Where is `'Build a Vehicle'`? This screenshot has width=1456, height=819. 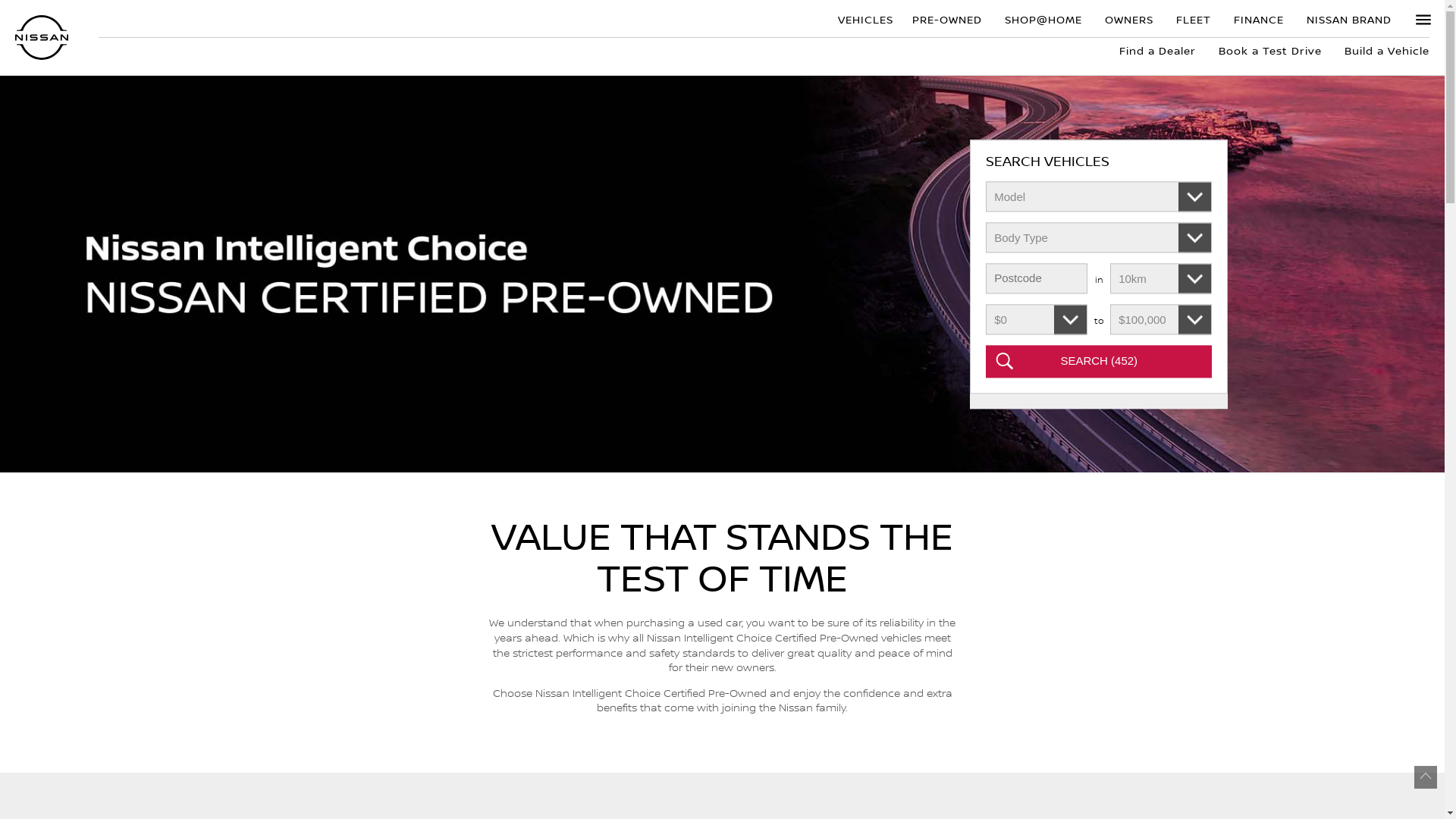 'Build a Vehicle' is located at coordinates (1381, 49).